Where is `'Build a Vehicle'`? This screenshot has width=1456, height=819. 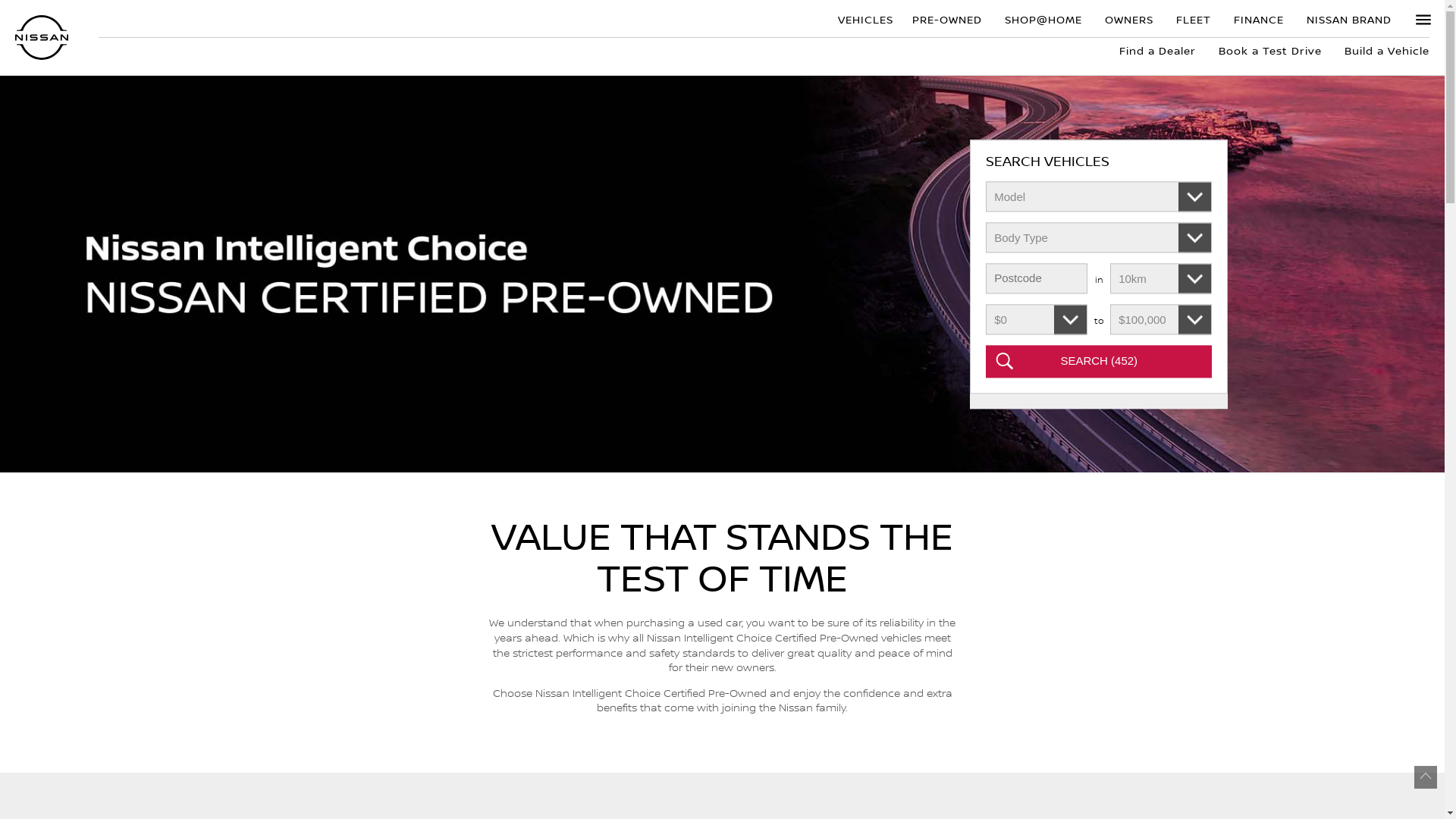 'Build a Vehicle' is located at coordinates (1381, 49).